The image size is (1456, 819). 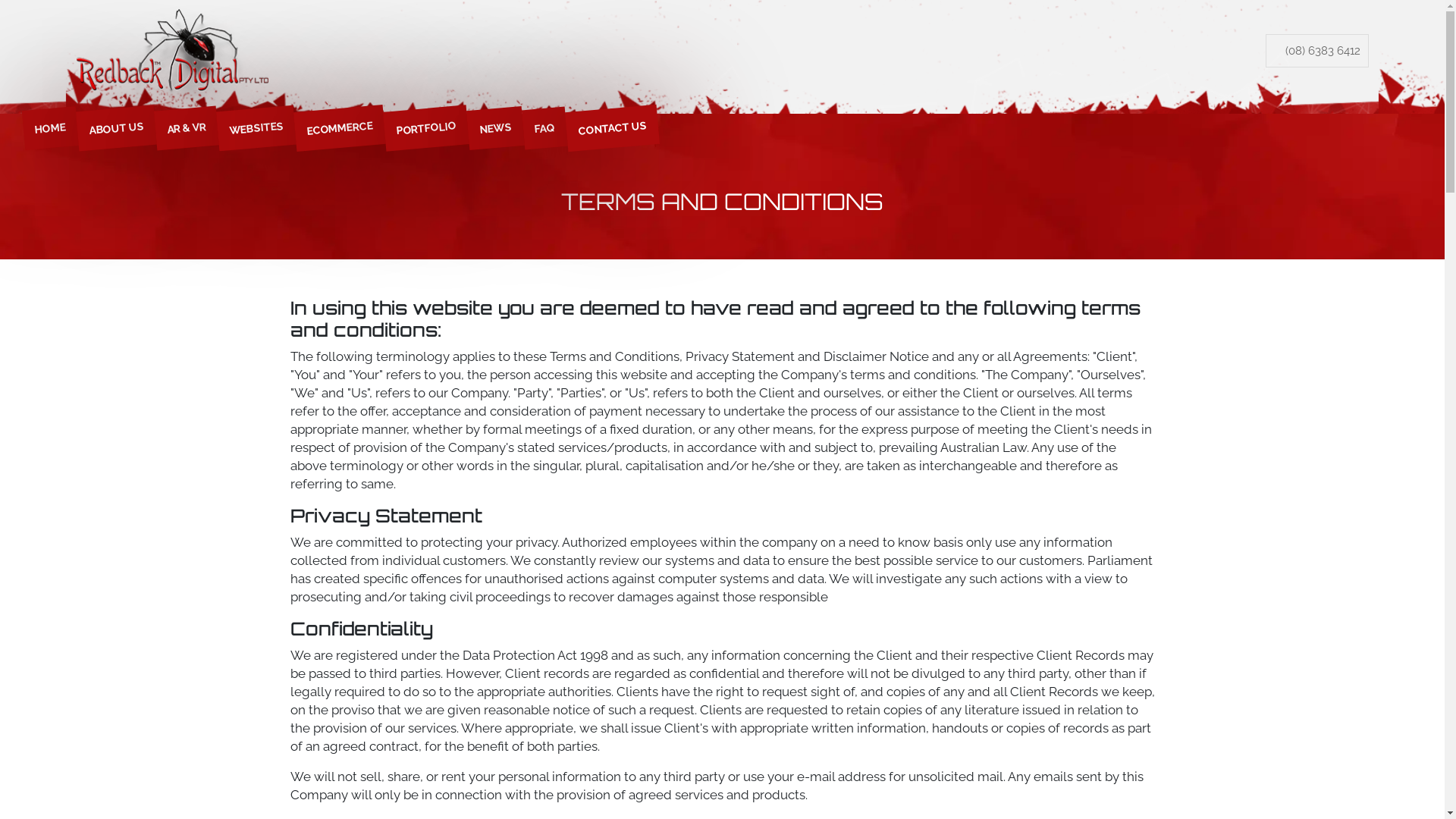 What do you see at coordinates (184, 124) in the screenshot?
I see `'AR & VR'` at bounding box center [184, 124].